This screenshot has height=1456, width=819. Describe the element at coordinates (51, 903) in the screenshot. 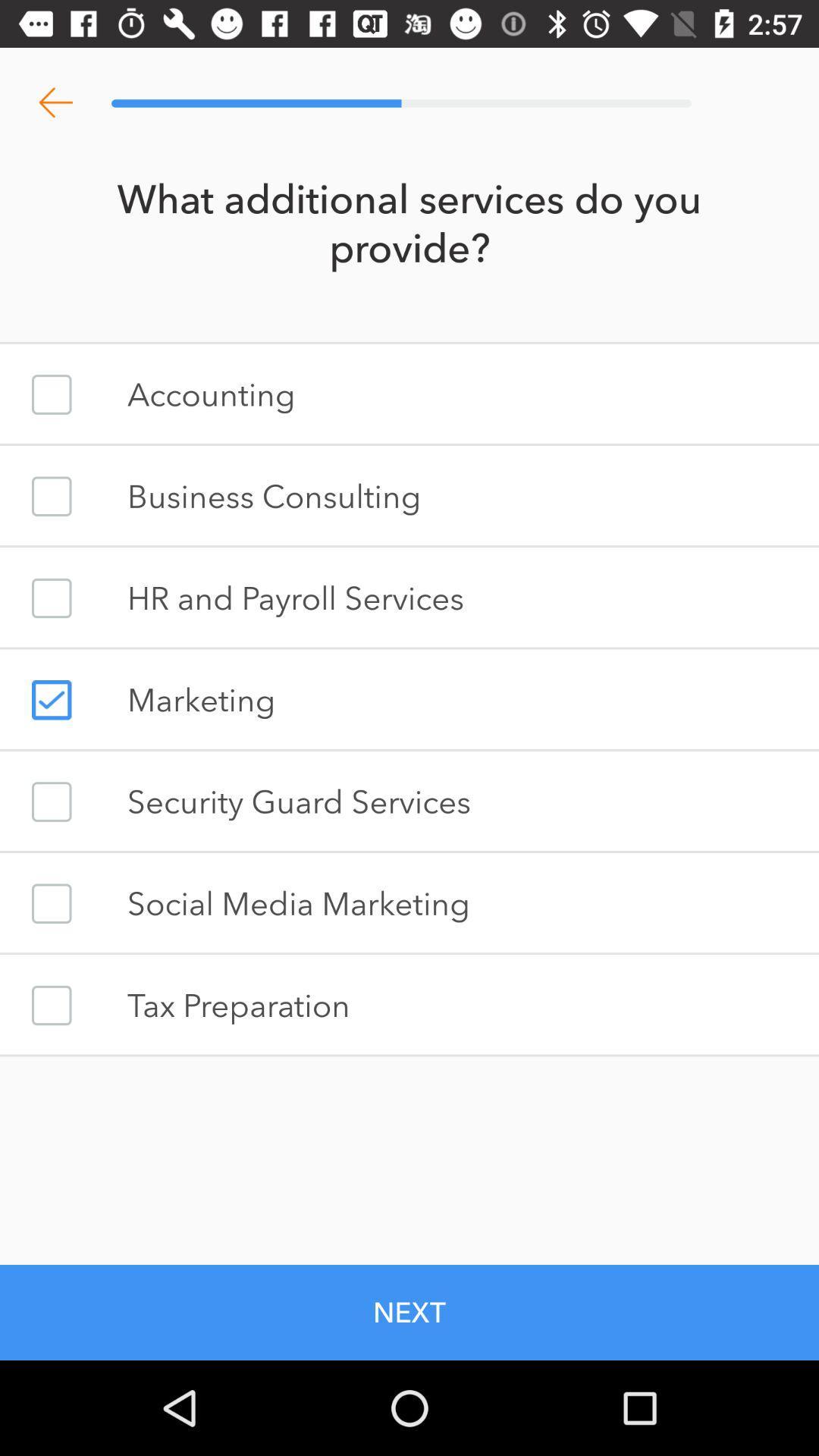

I see `market on social media` at that location.